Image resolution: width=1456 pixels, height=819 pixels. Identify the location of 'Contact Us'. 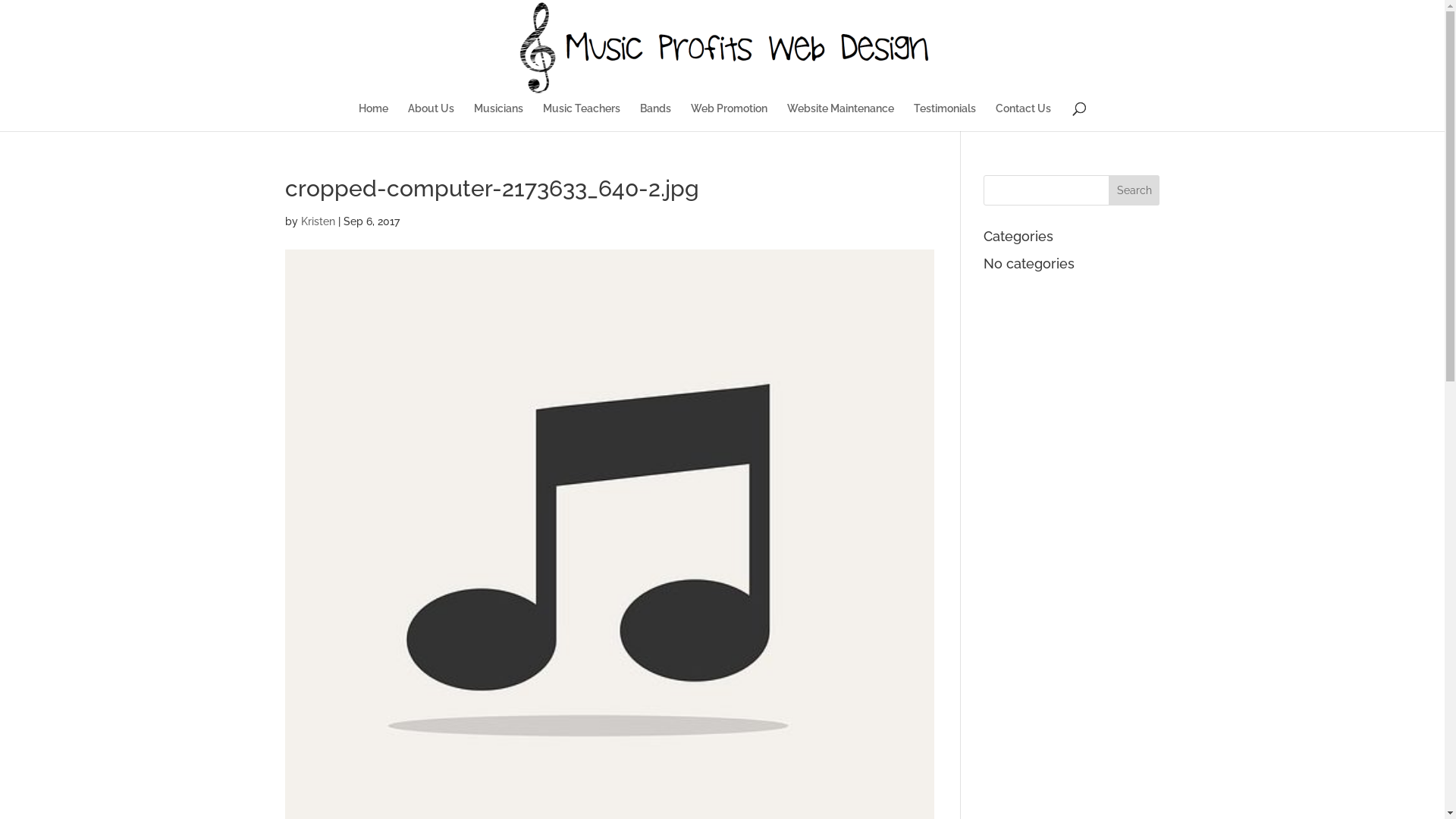
(996, 116).